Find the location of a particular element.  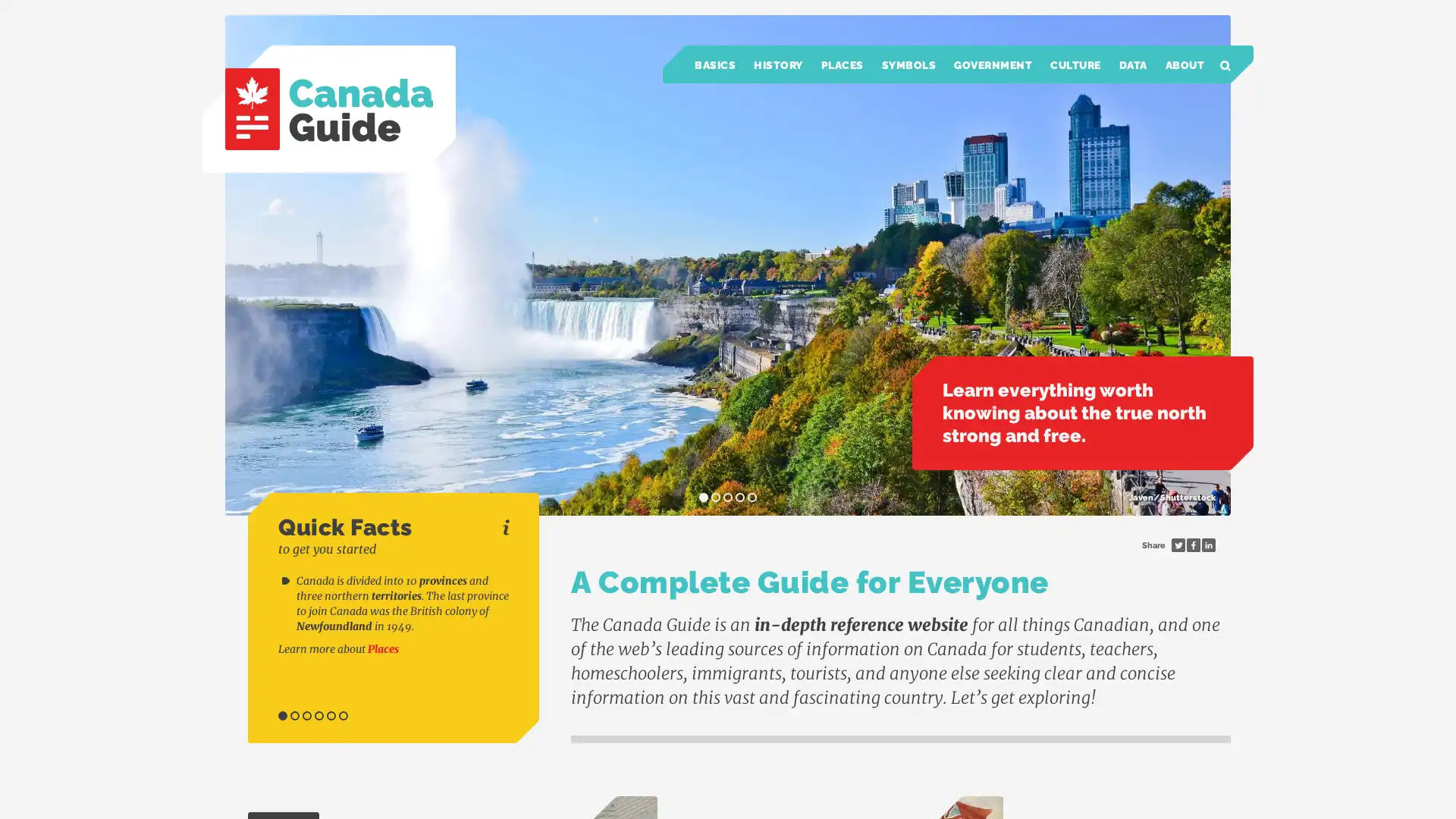

Go to slide 1 is located at coordinates (702, 497).